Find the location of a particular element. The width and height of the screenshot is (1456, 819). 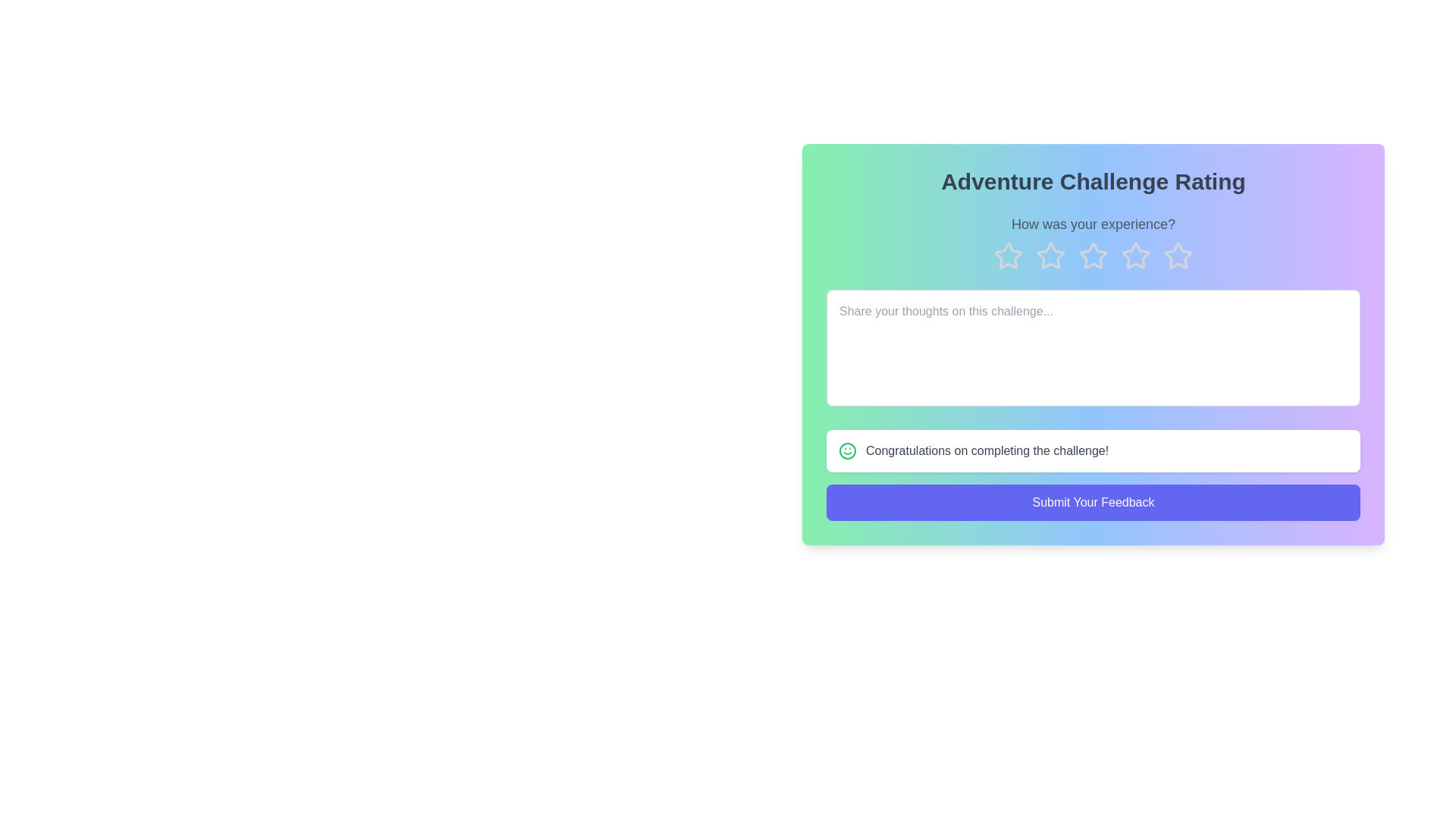

the third star-shaped interactive rating icon, which is outlined and located below the header 'How was your experience?' on the feedback form is located at coordinates (1093, 255).